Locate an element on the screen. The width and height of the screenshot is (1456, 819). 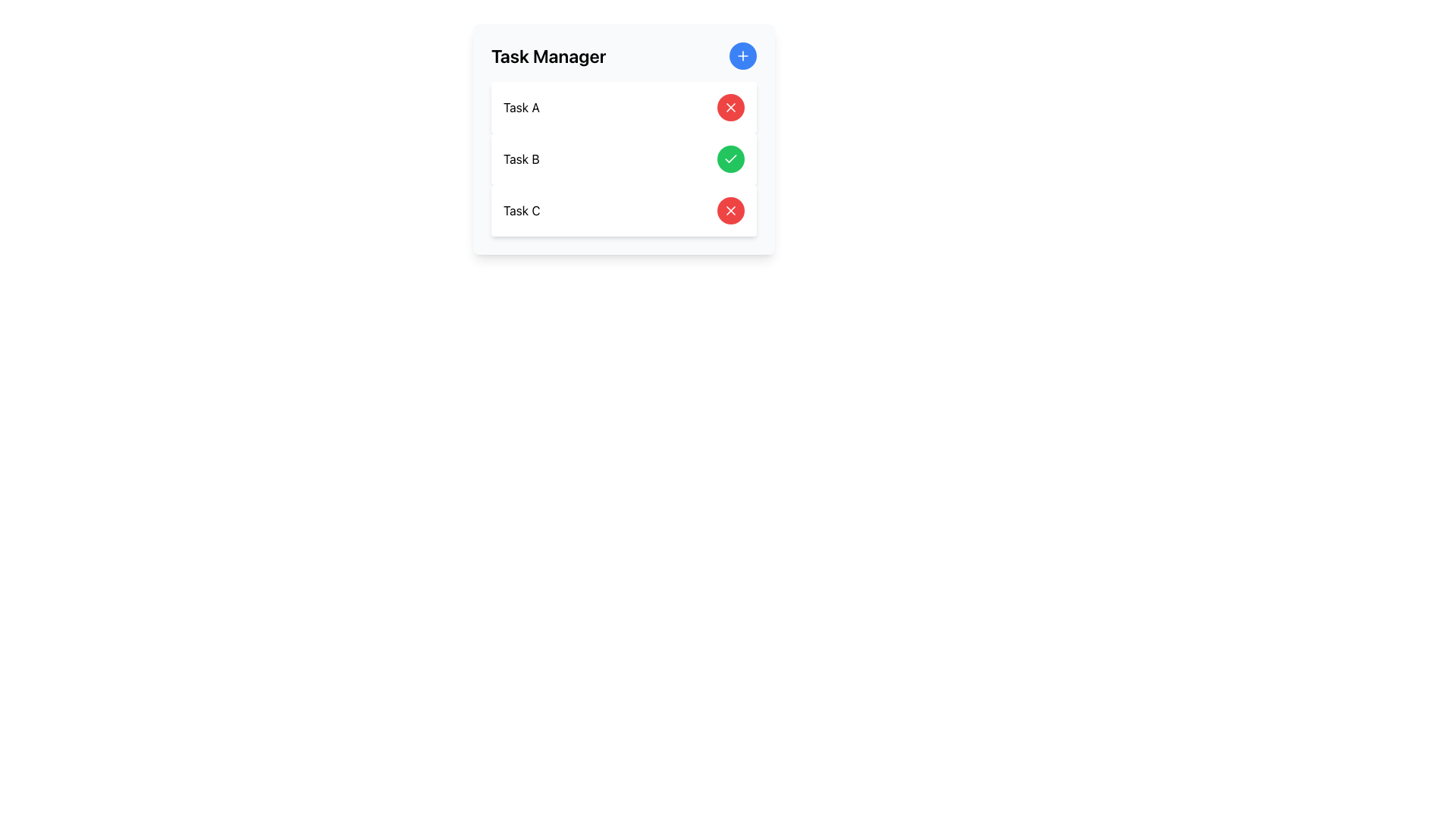
the green checkmark icon representing the completion of 'Task B' located in the second row of the task list is located at coordinates (731, 158).